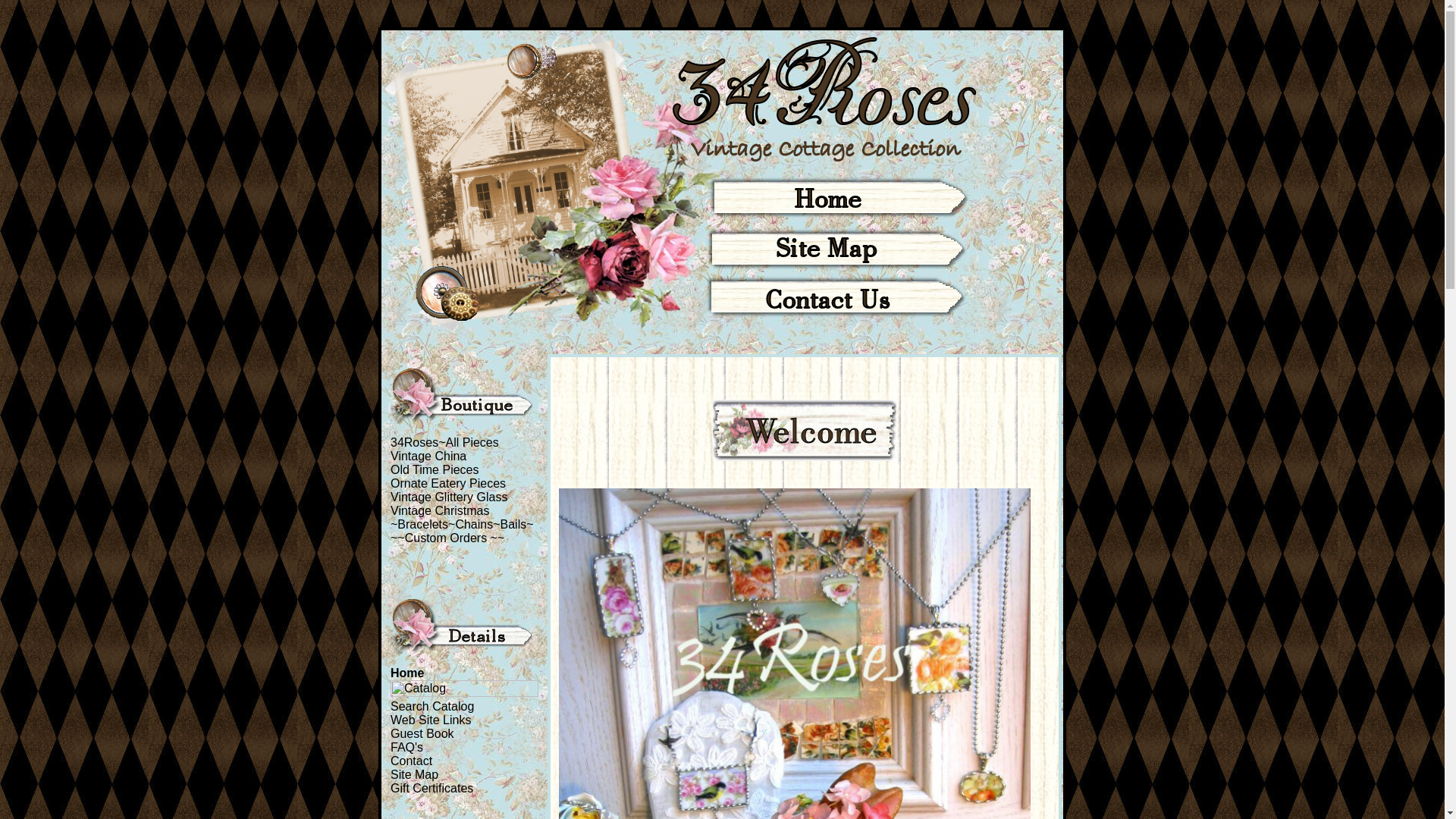 This screenshot has height=819, width=1456. Describe the element at coordinates (406, 746) in the screenshot. I see `'FAQ's'` at that location.